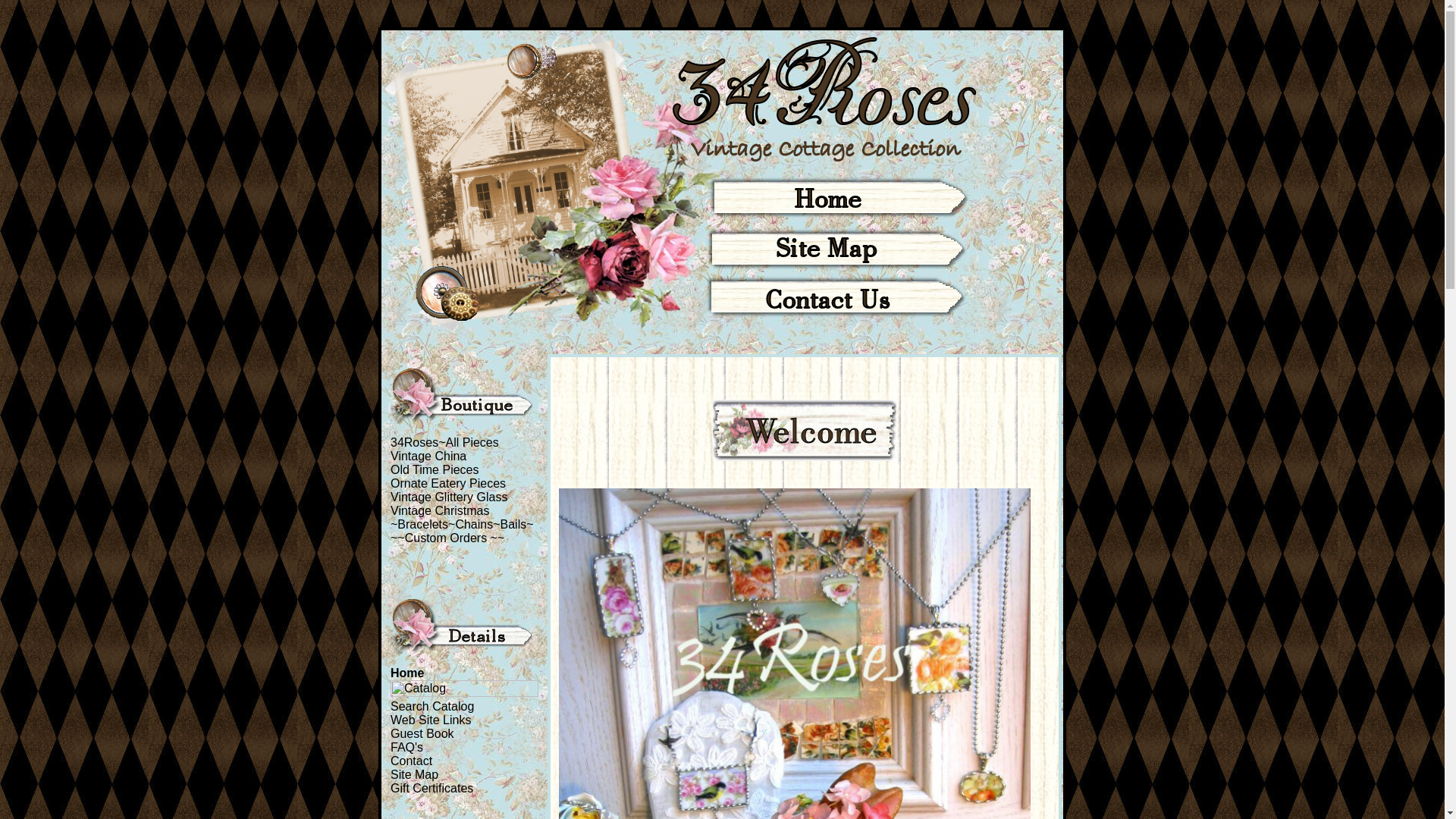 This screenshot has height=819, width=1456. Describe the element at coordinates (406, 746) in the screenshot. I see `'FAQ's'` at that location.